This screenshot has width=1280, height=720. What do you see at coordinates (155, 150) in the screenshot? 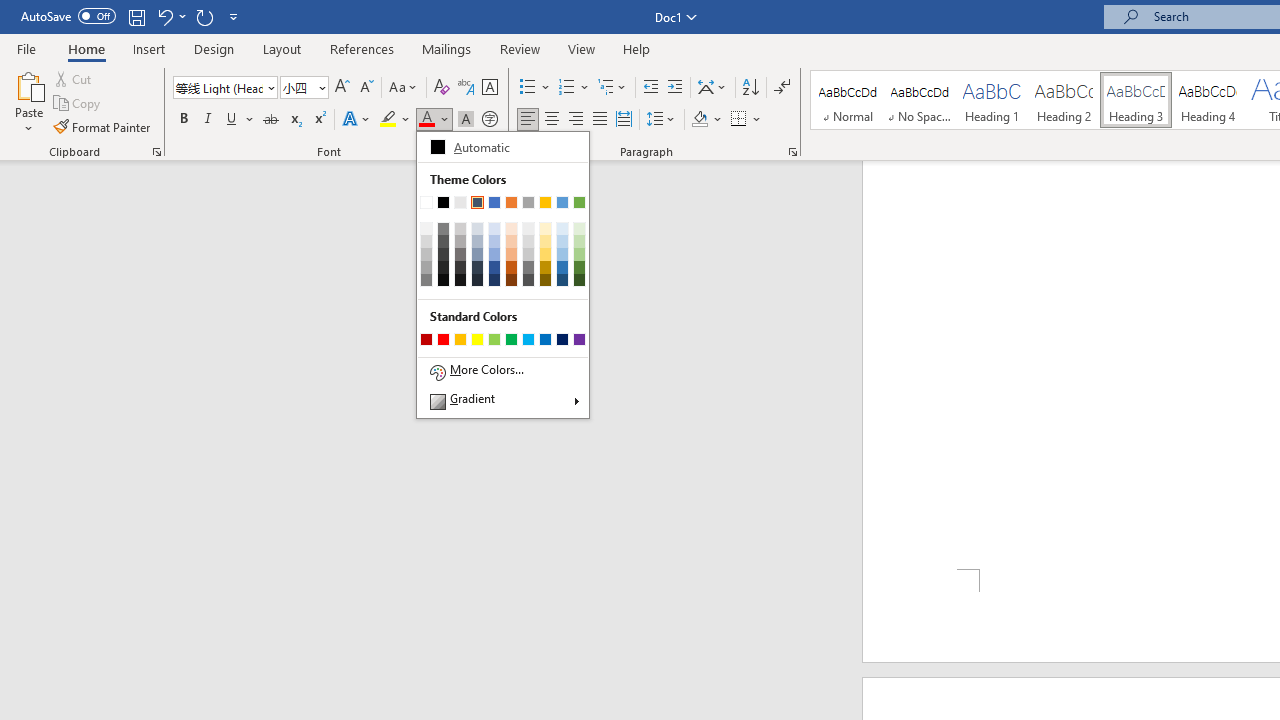
I see `'Office Clipboard...'` at bounding box center [155, 150].